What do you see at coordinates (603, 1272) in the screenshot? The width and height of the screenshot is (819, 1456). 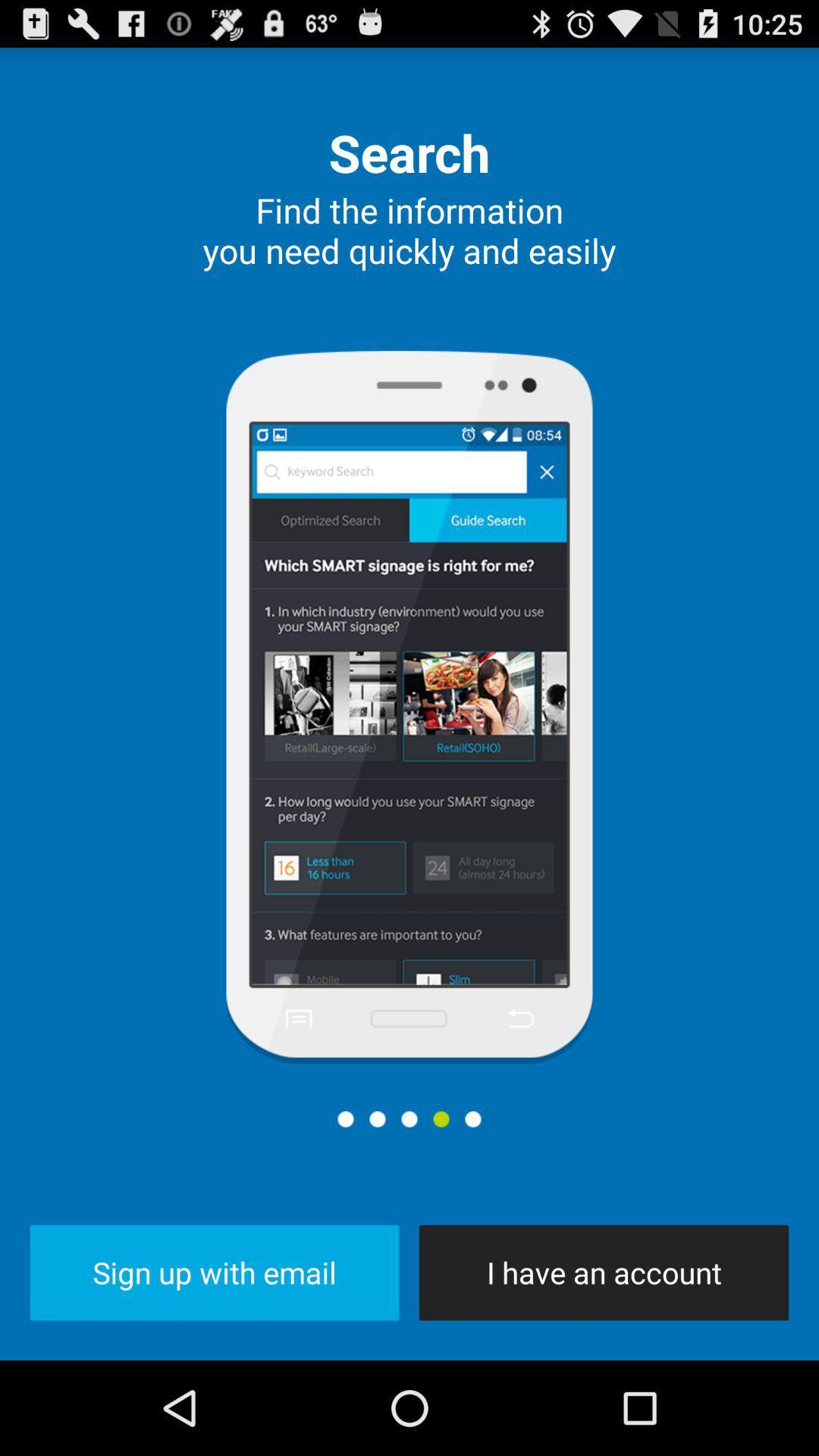 I see `icon next to sign up with icon` at bounding box center [603, 1272].